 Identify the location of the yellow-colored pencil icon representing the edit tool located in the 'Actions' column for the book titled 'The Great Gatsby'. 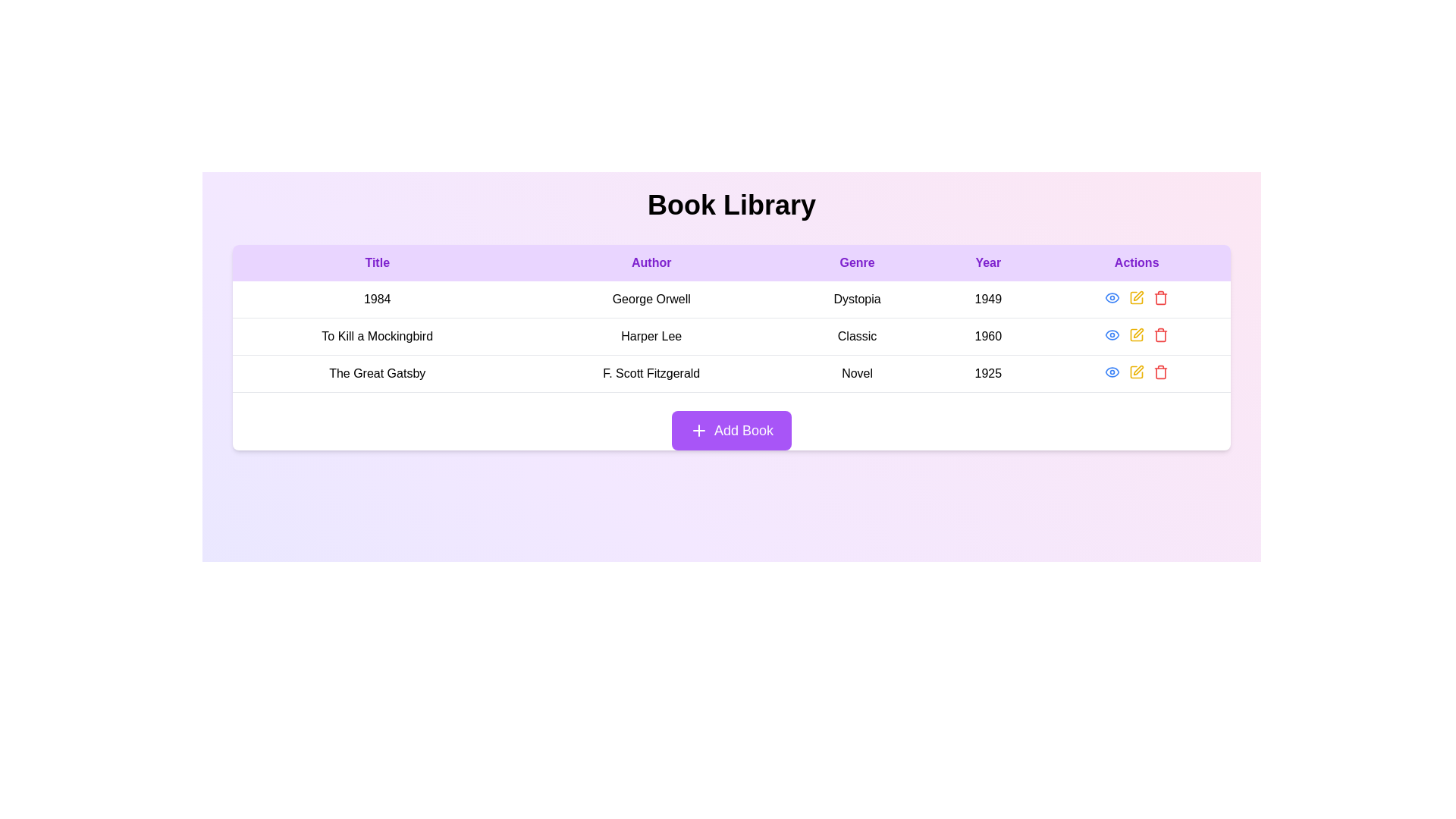
(1137, 372).